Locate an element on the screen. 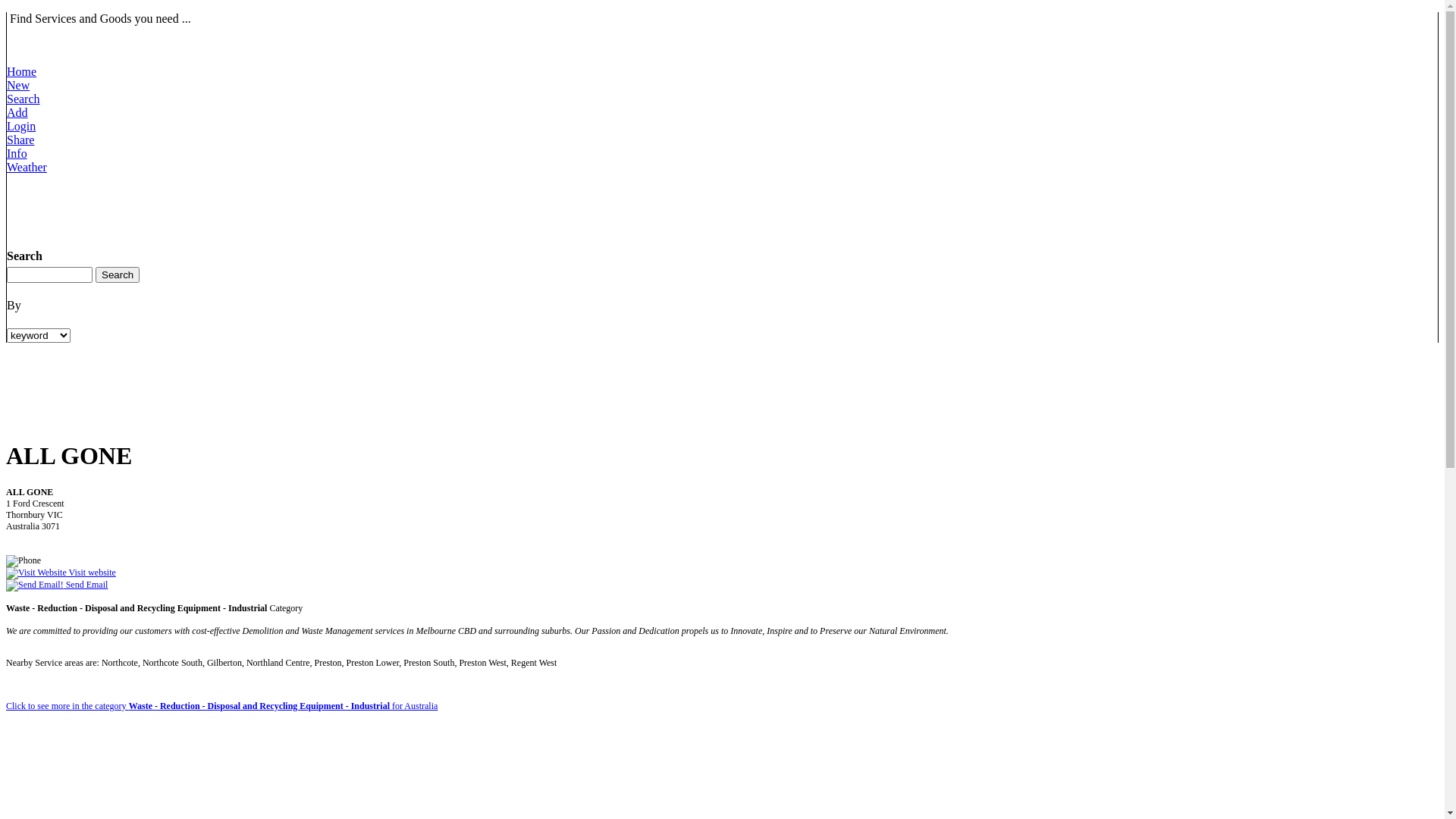 This screenshot has width=1456, height=819. 'Send Email' is located at coordinates (57, 584).